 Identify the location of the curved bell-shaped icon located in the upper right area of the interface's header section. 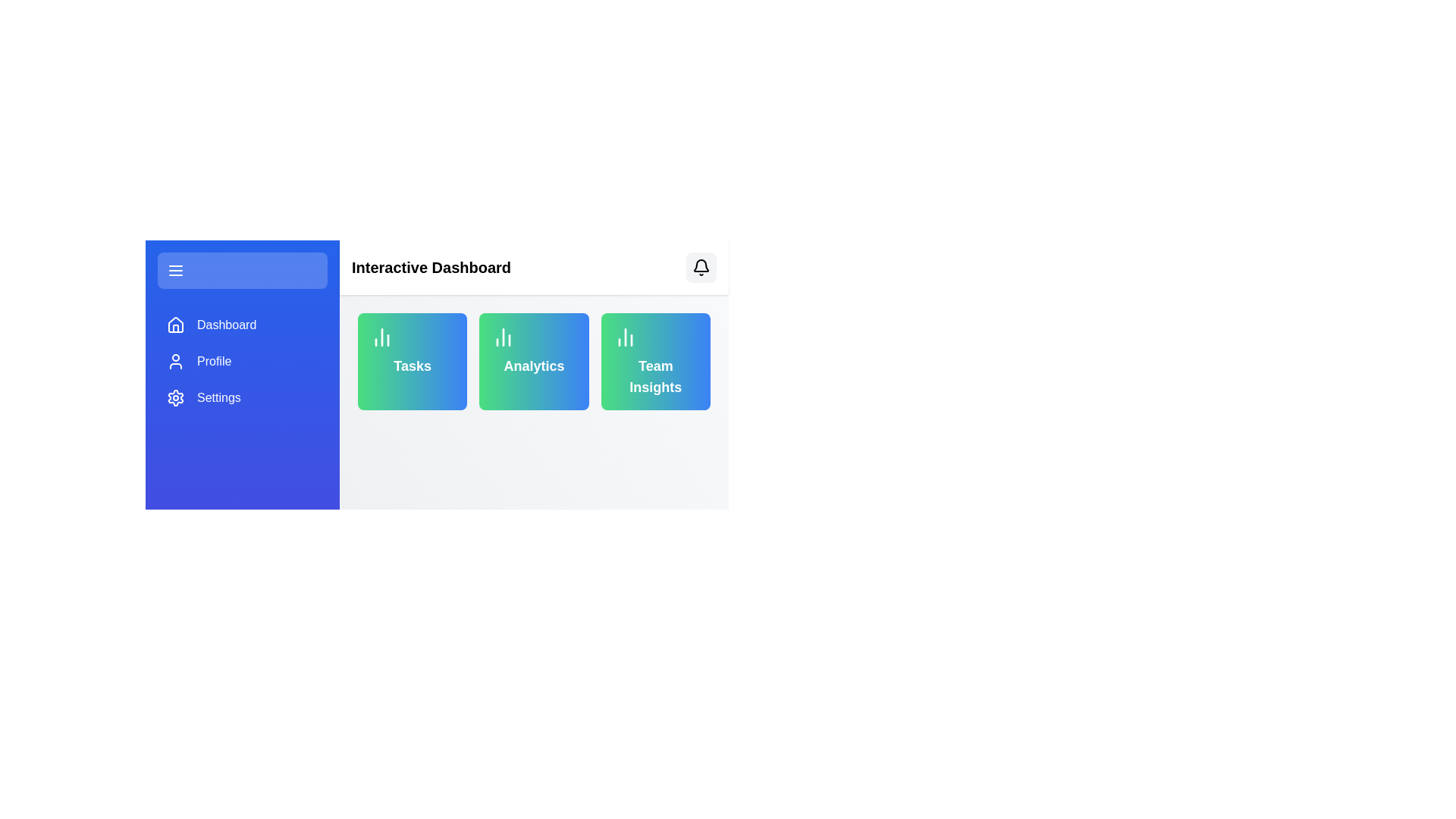
(701, 265).